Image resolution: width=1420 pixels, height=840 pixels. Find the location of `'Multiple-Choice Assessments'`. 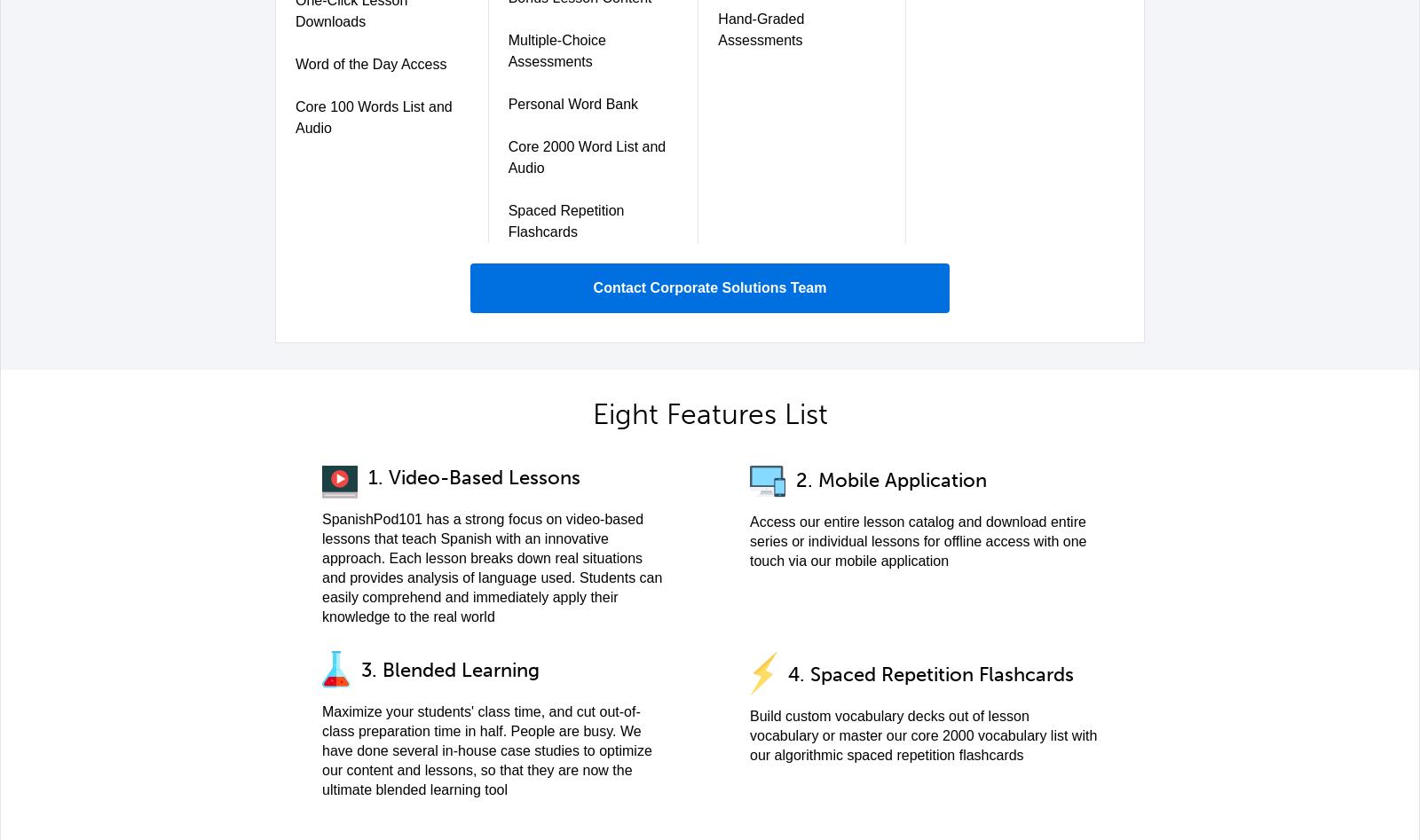

'Multiple-Choice Assessments' is located at coordinates (507, 51).